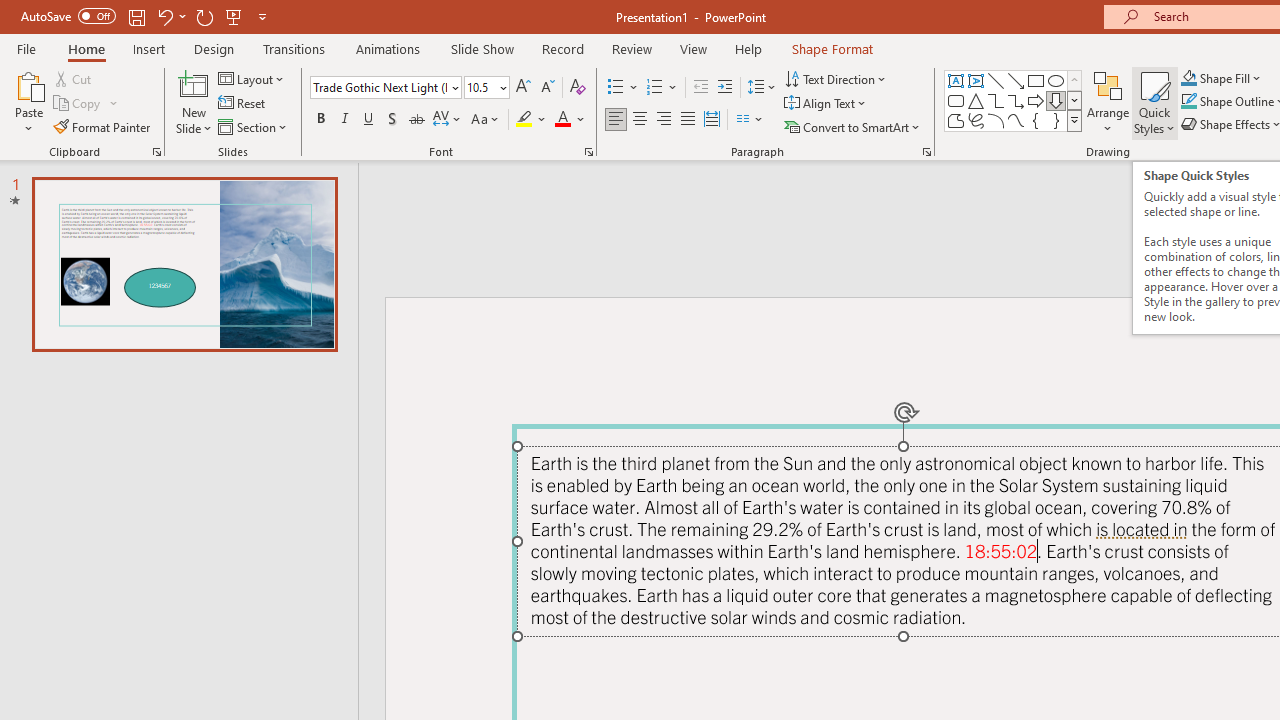 Image resolution: width=1280 pixels, height=720 pixels. What do you see at coordinates (995, 100) in the screenshot?
I see `'Connector: Elbow'` at bounding box center [995, 100].